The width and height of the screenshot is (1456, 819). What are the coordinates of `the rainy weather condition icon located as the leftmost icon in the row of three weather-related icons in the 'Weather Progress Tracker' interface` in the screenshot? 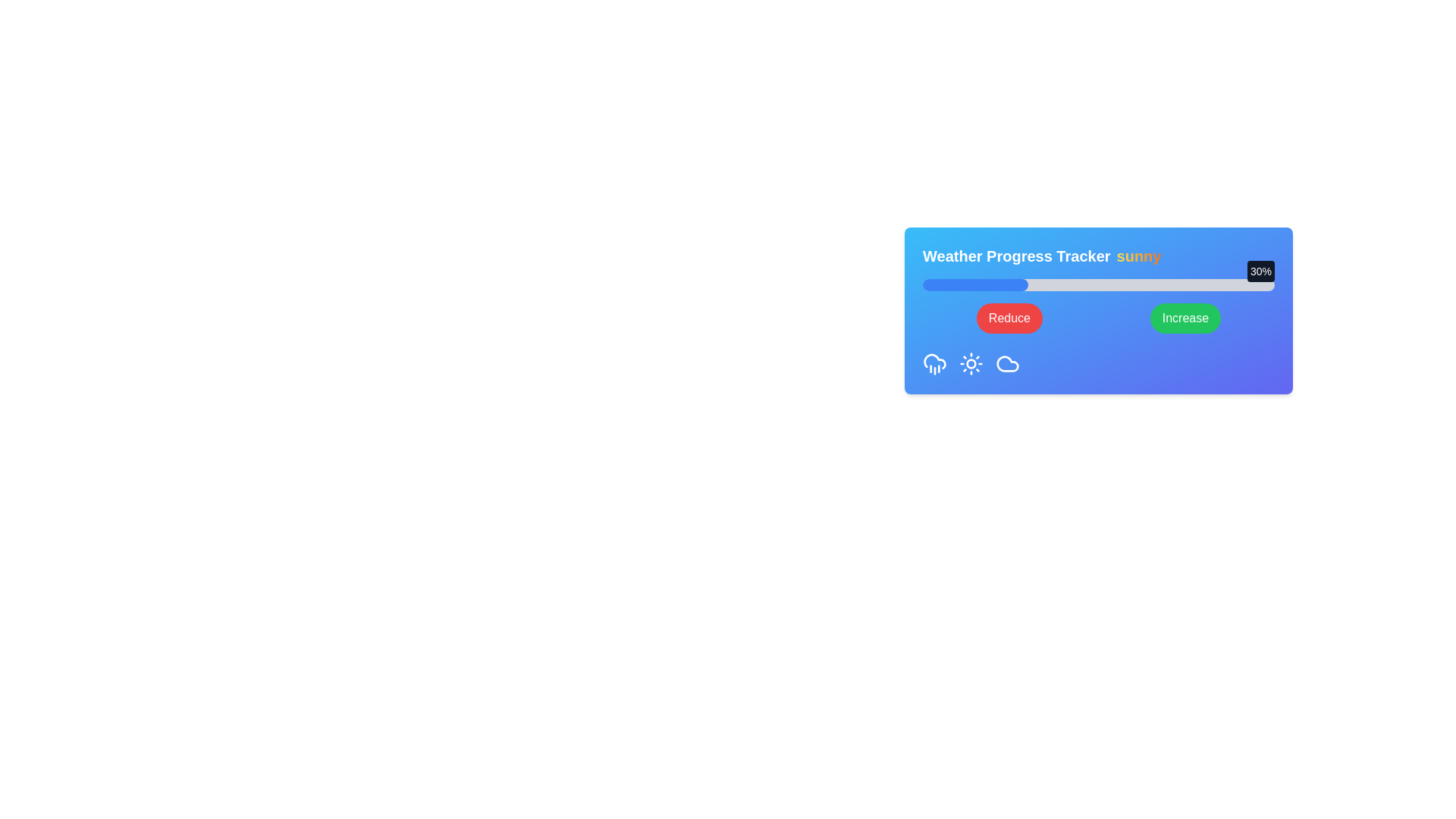 It's located at (934, 363).